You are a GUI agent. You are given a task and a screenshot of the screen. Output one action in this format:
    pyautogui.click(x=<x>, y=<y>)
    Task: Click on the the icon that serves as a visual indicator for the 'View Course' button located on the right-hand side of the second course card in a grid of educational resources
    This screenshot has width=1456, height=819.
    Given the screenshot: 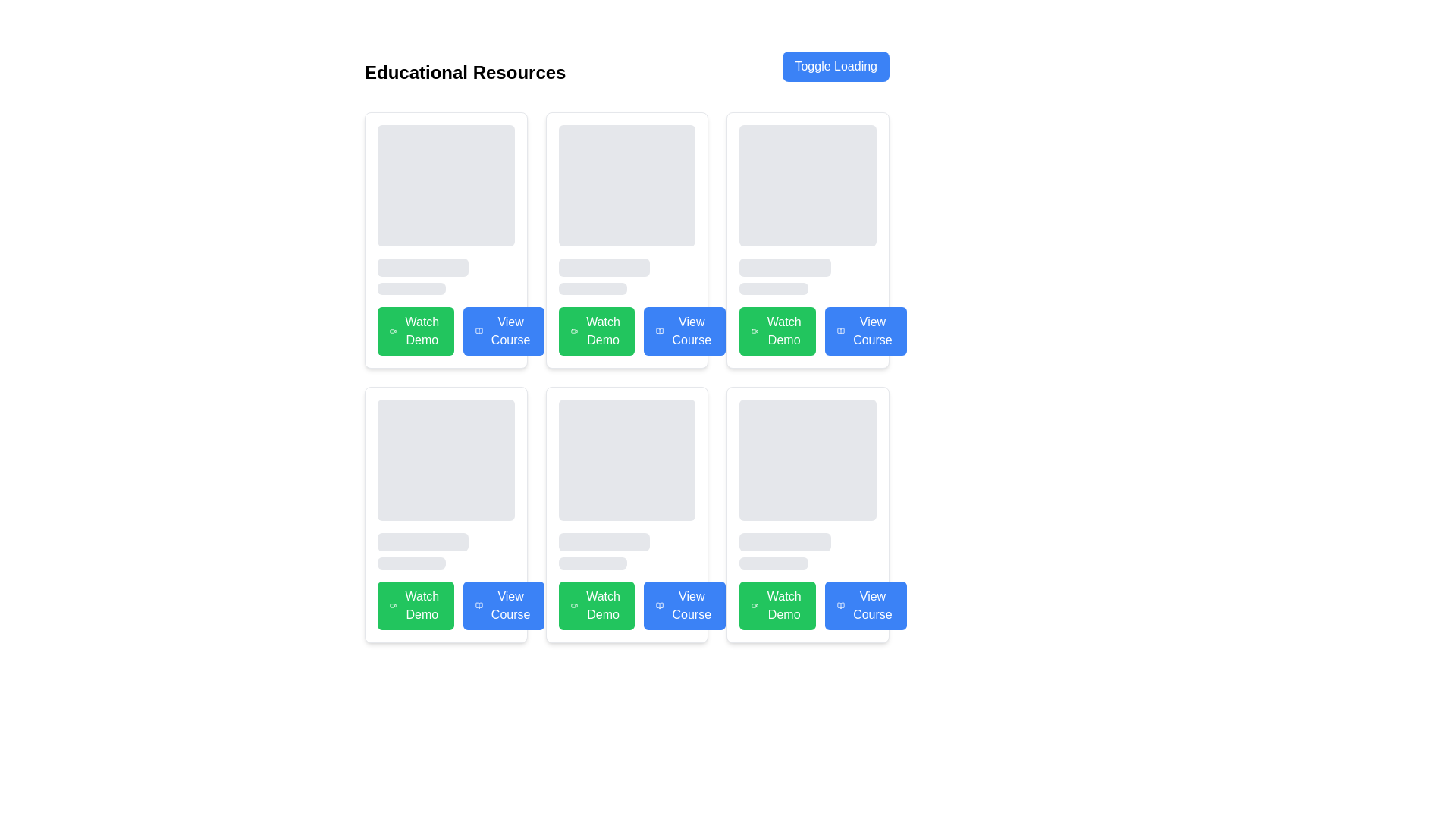 What is the action you would take?
    pyautogui.click(x=660, y=330)
    